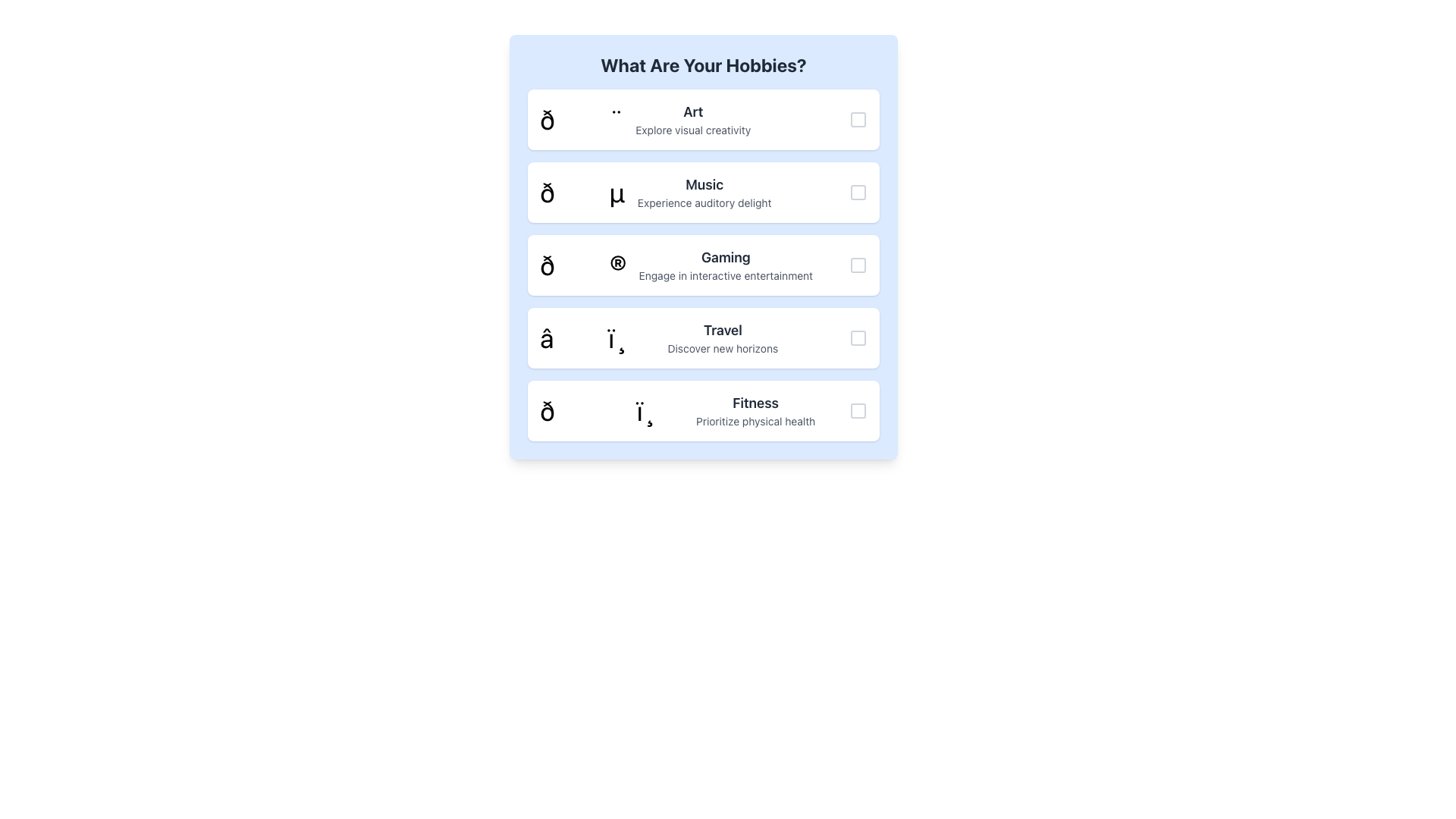 The image size is (1456, 819). I want to click on the Text Label element that displays the word 'Music' in bold and the phrase 'Experience auditory delight' beneath it, which is centrally aligned and located in the second row of hobby options, so click(704, 192).